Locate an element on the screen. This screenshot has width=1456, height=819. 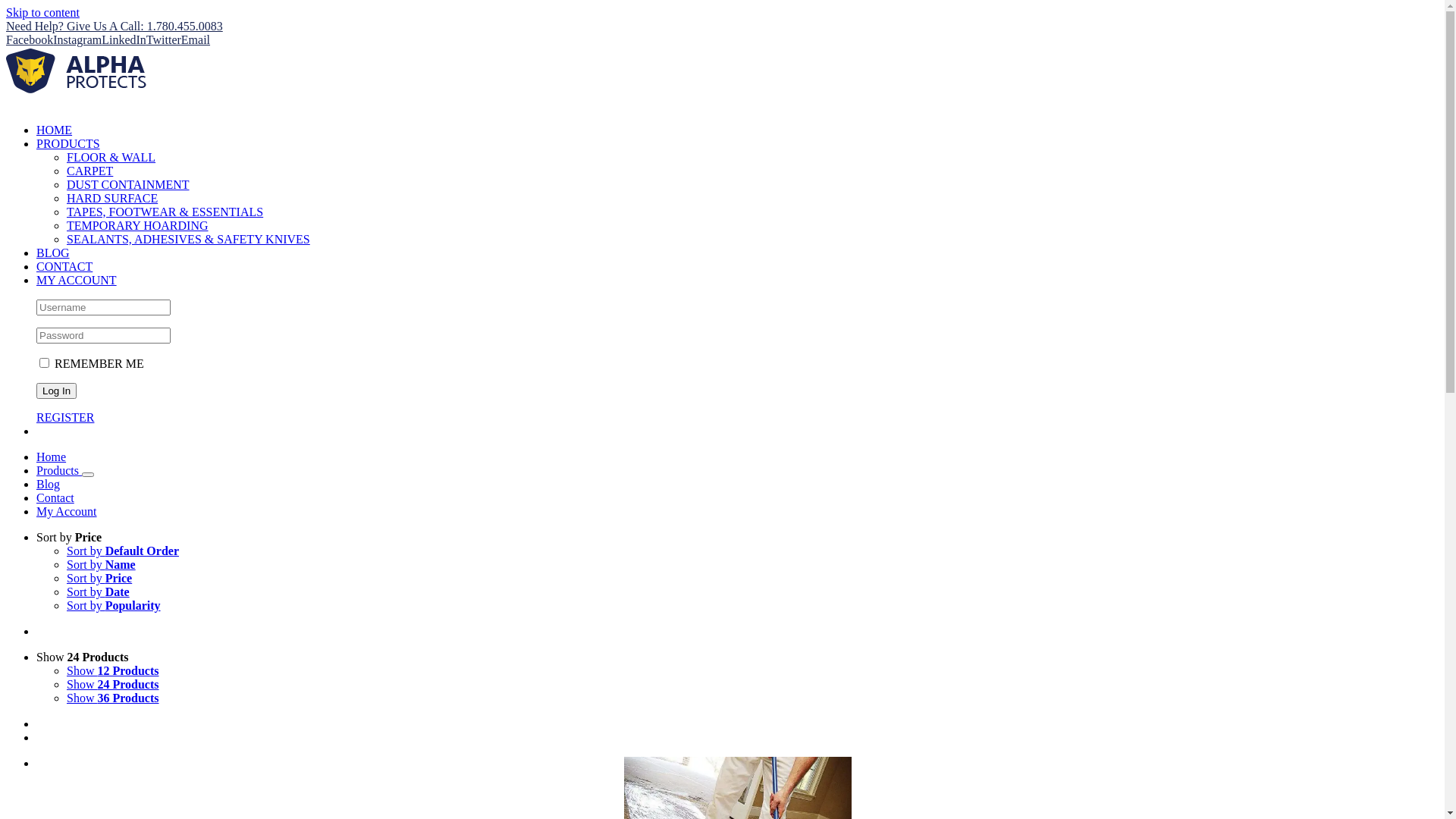
'Sort by Date' is located at coordinates (97, 591).